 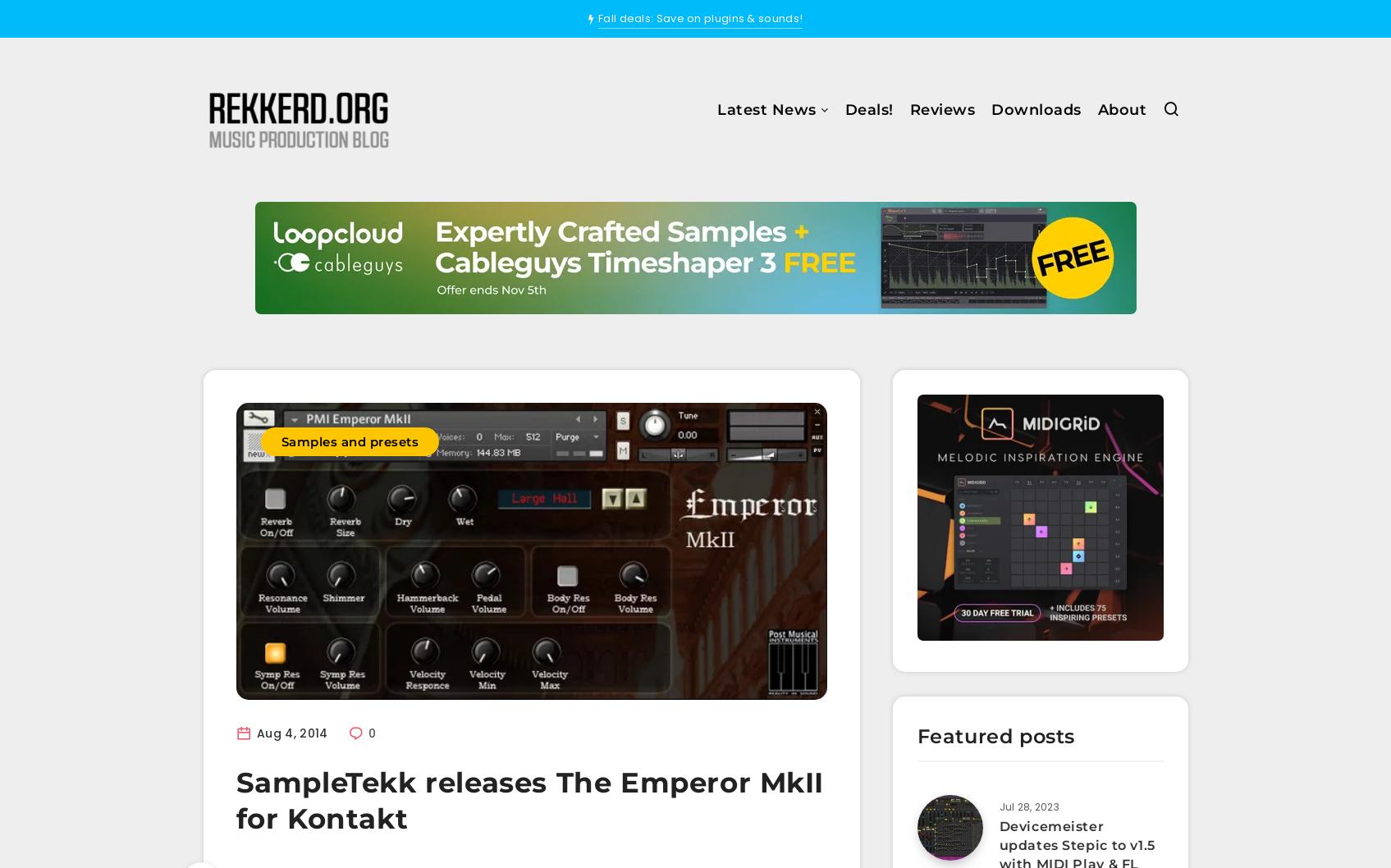 What do you see at coordinates (1097, 109) in the screenshot?
I see `'About'` at bounding box center [1097, 109].